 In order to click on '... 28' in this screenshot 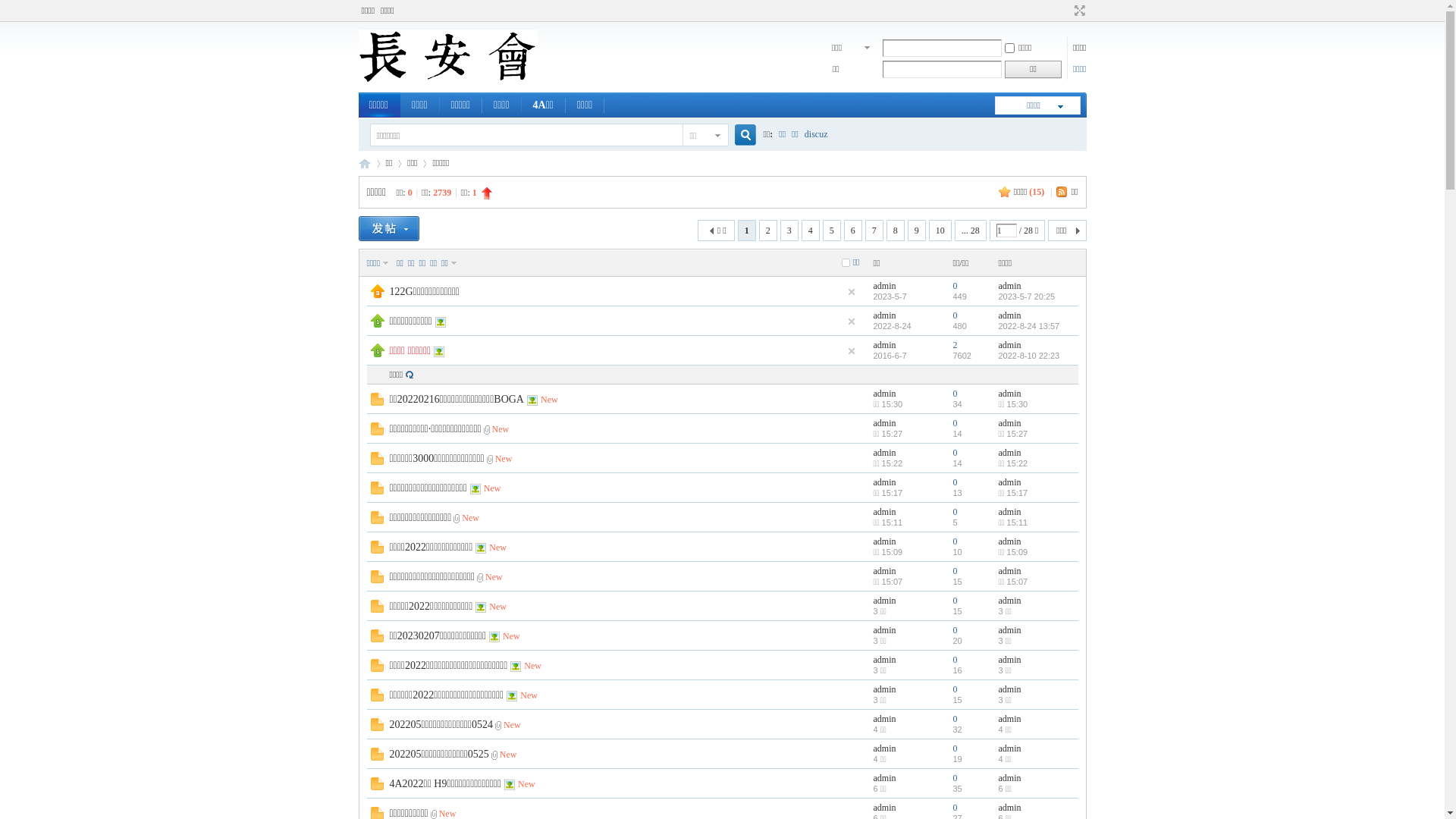, I will do `click(971, 231)`.